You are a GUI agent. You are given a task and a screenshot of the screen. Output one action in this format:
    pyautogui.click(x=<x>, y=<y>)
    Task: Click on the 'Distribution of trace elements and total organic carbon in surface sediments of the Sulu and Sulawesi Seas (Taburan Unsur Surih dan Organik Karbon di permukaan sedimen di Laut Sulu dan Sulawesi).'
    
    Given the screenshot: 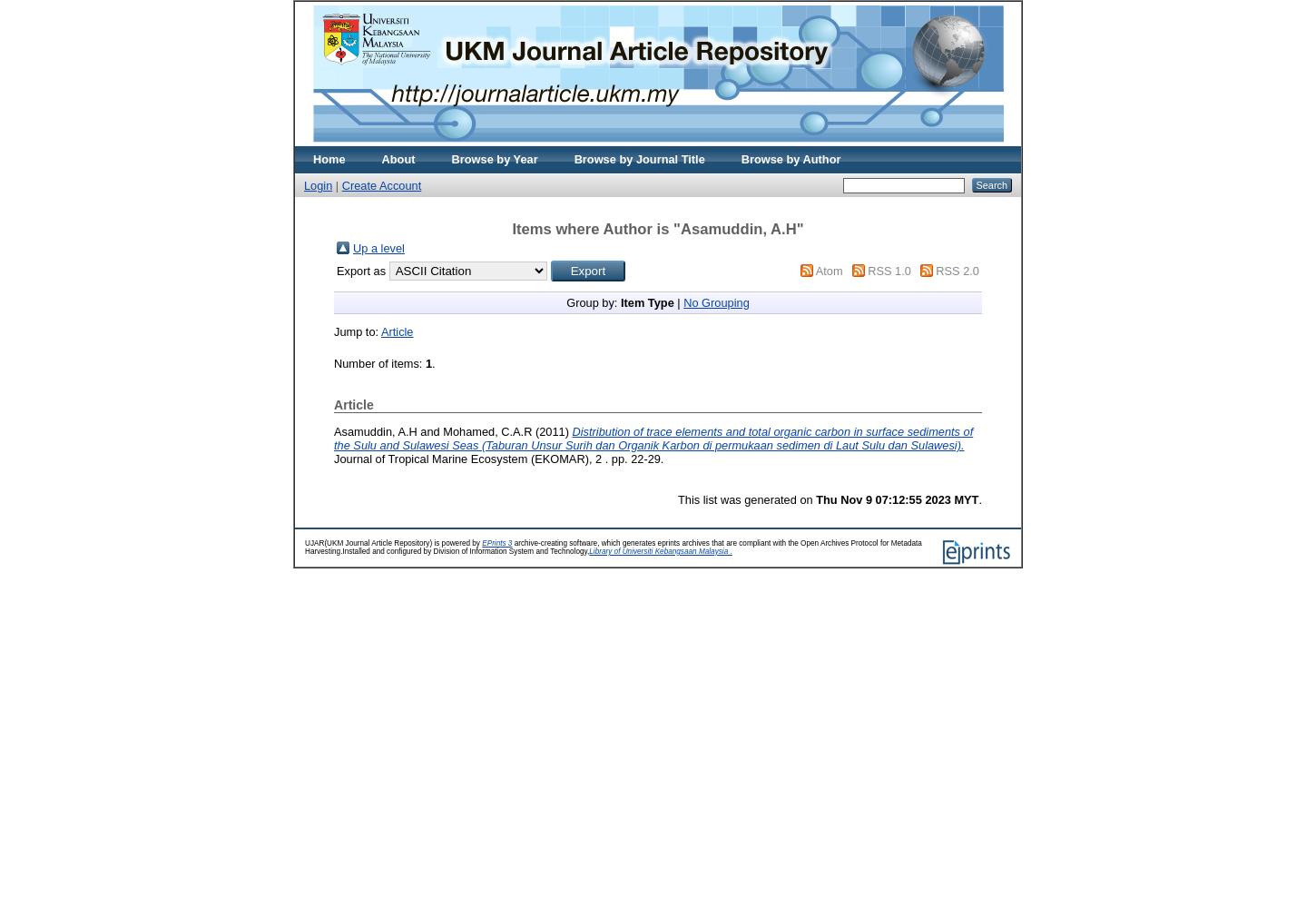 What is the action you would take?
    pyautogui.click(x=333, y=437)
    